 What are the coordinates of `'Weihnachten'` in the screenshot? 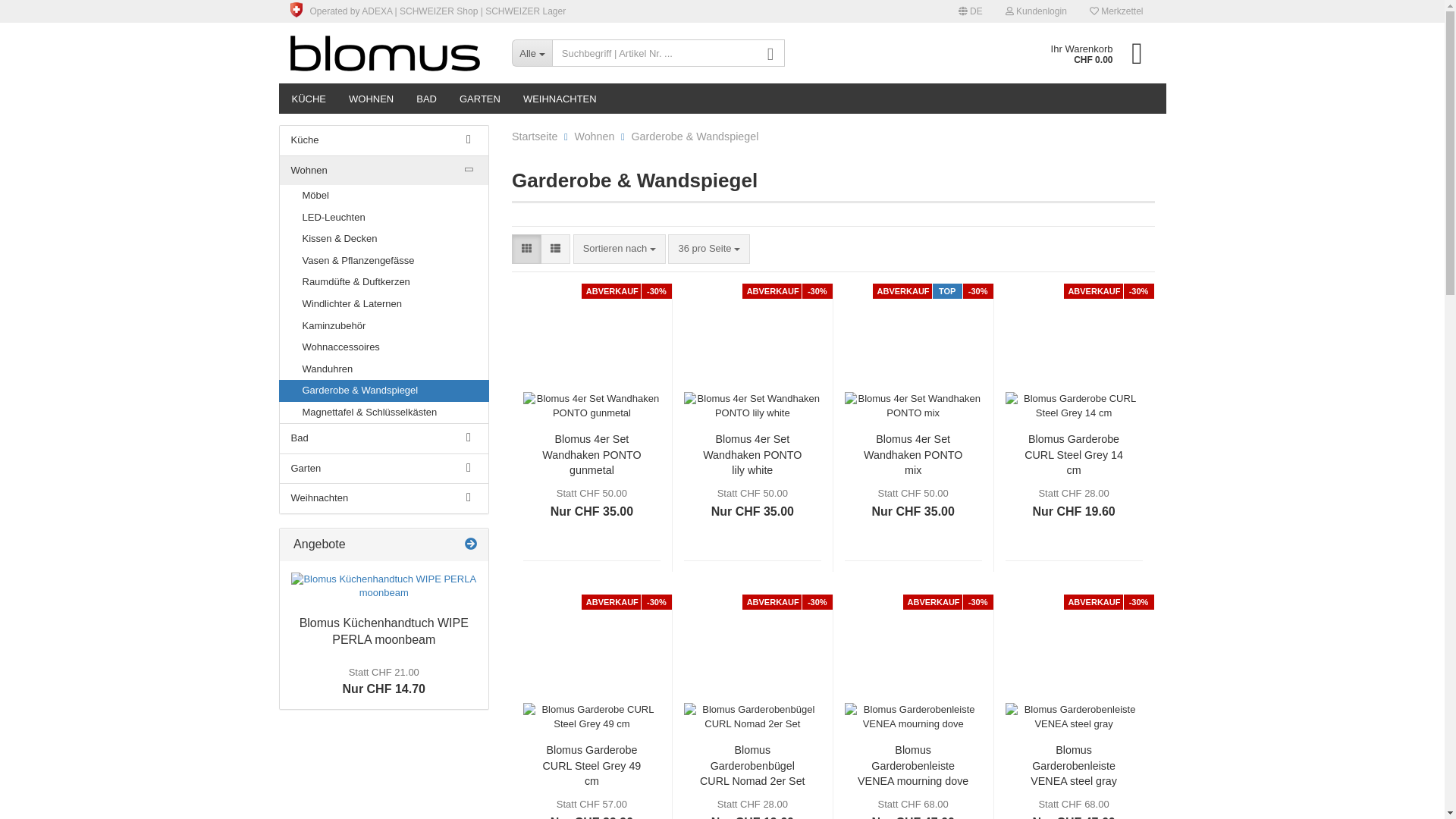 It's located at (383, 498).